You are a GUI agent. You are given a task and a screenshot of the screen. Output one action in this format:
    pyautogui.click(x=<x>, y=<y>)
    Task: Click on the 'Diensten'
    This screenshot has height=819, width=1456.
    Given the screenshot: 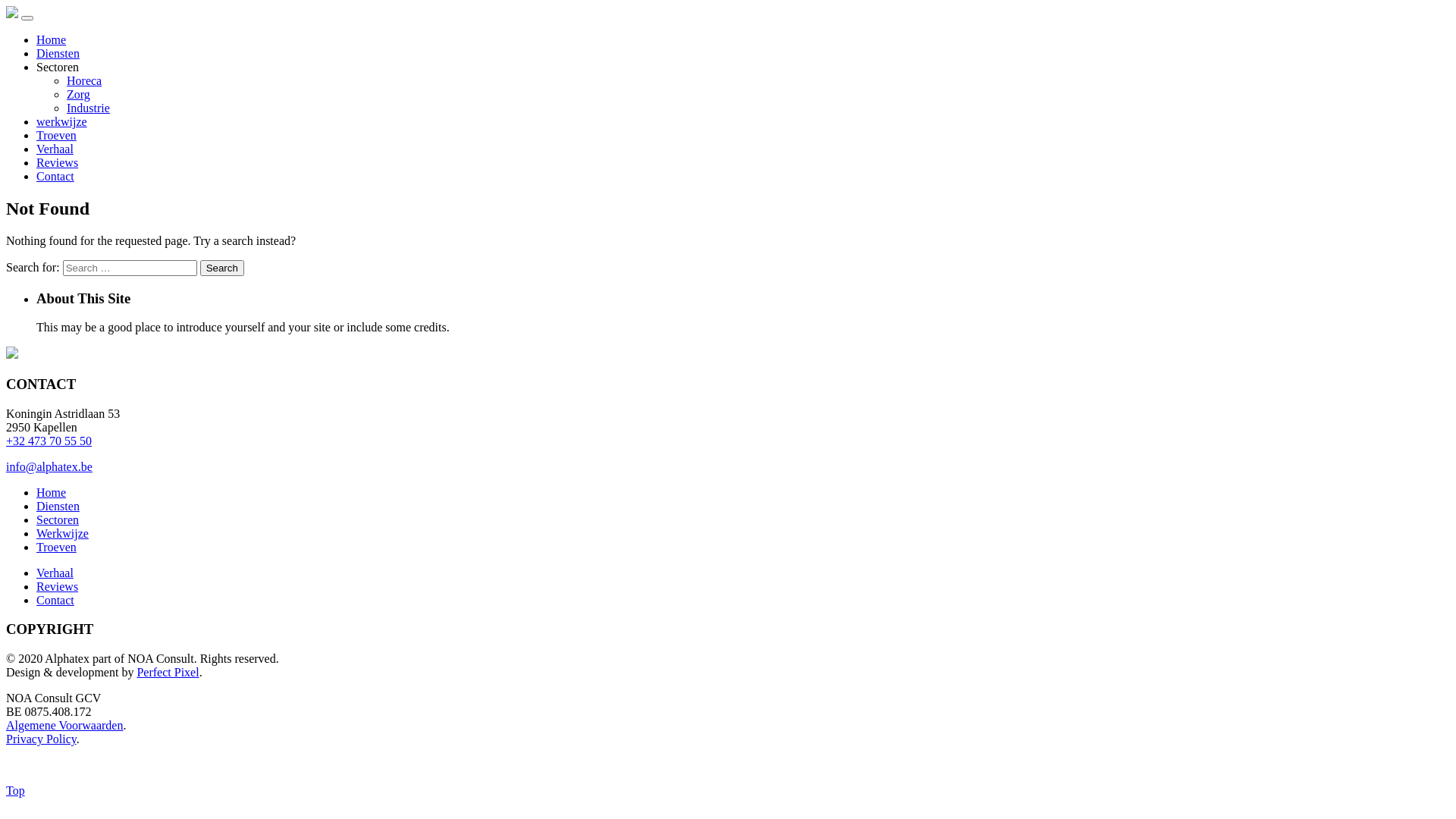 What is the action you would take?
    pyautogui.click(x=36, y=52)
    